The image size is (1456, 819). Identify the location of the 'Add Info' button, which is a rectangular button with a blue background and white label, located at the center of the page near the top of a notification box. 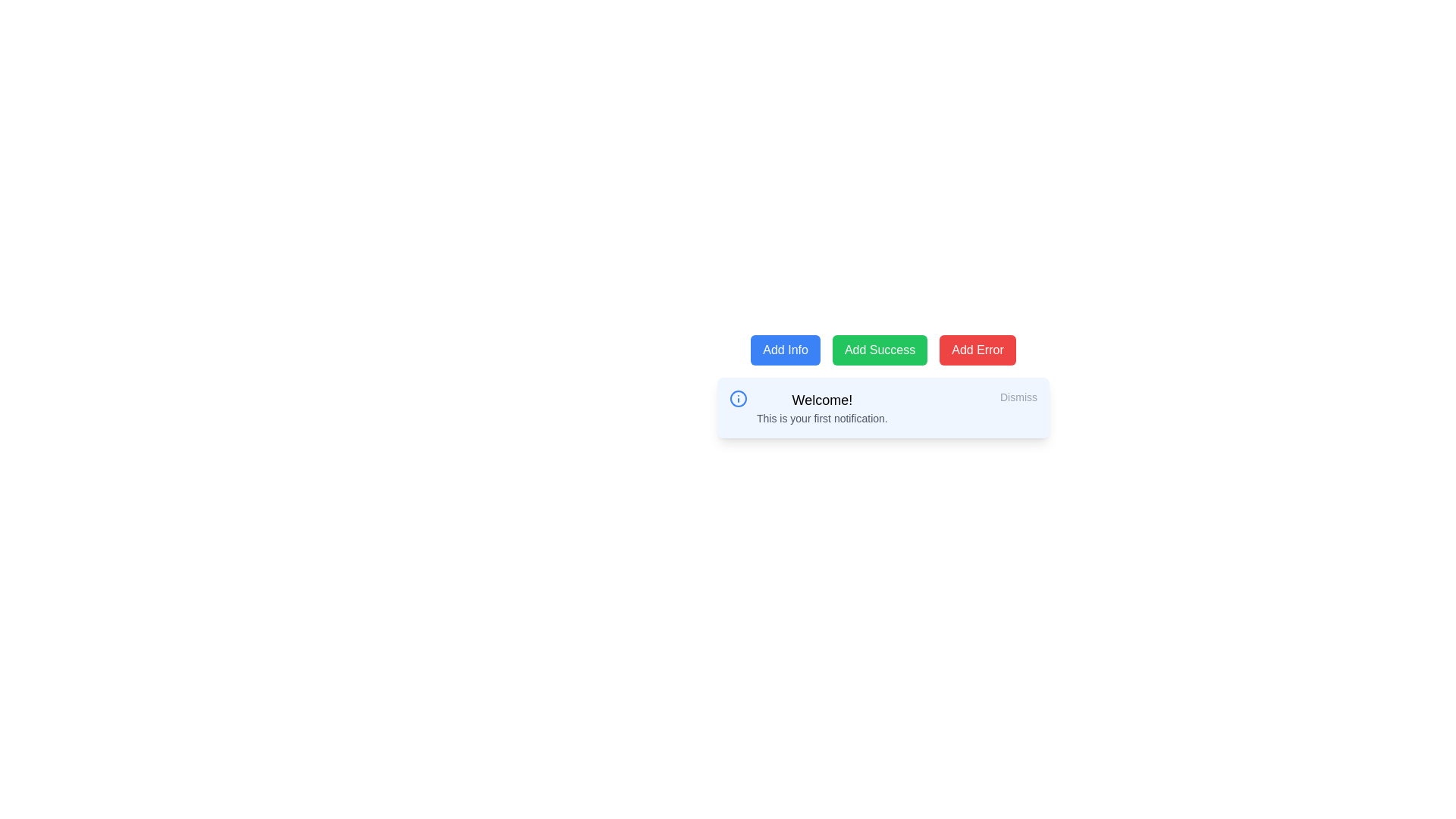
(786, 350).